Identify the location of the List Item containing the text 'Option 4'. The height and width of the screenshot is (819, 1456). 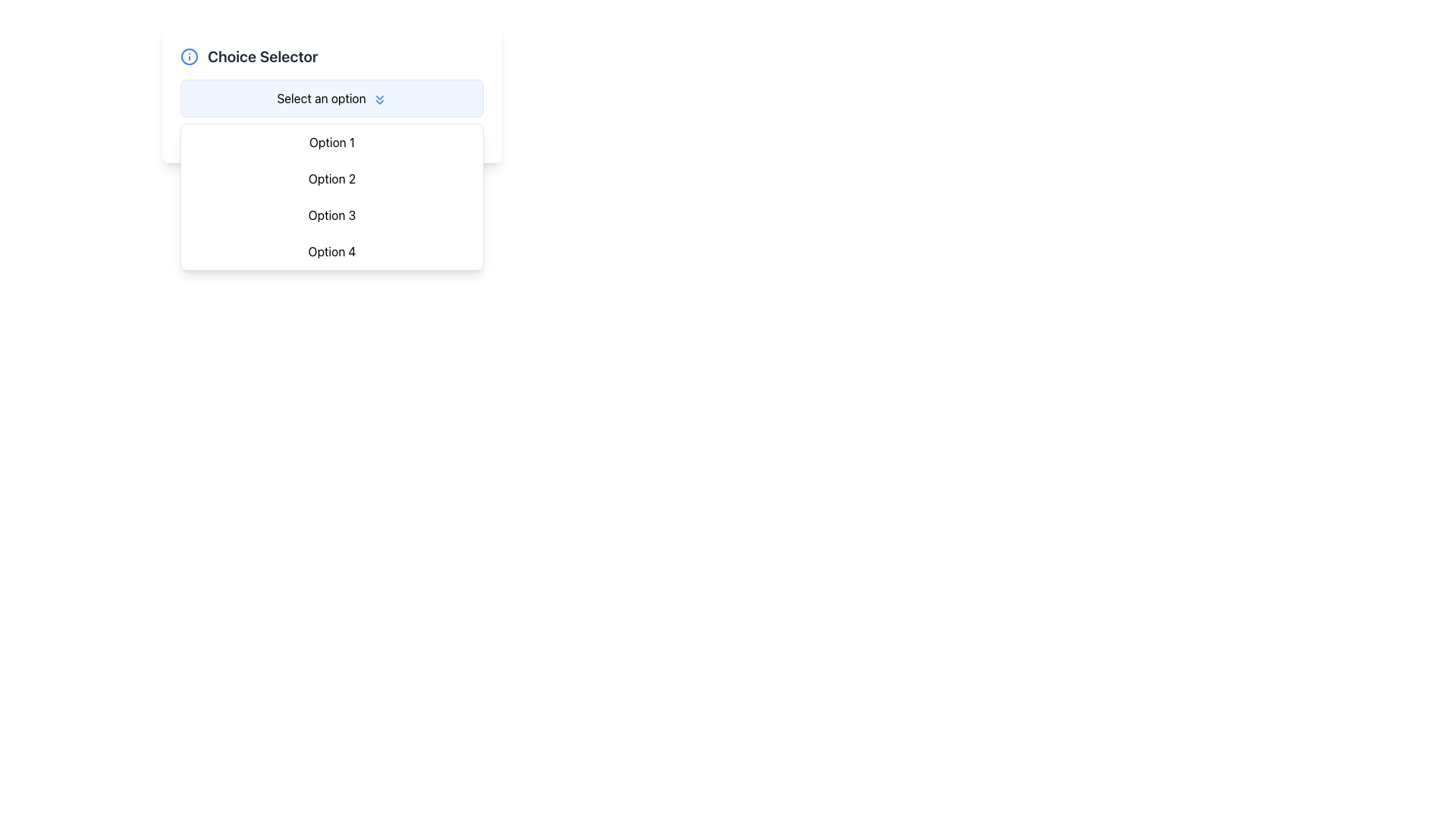
(331, 250).